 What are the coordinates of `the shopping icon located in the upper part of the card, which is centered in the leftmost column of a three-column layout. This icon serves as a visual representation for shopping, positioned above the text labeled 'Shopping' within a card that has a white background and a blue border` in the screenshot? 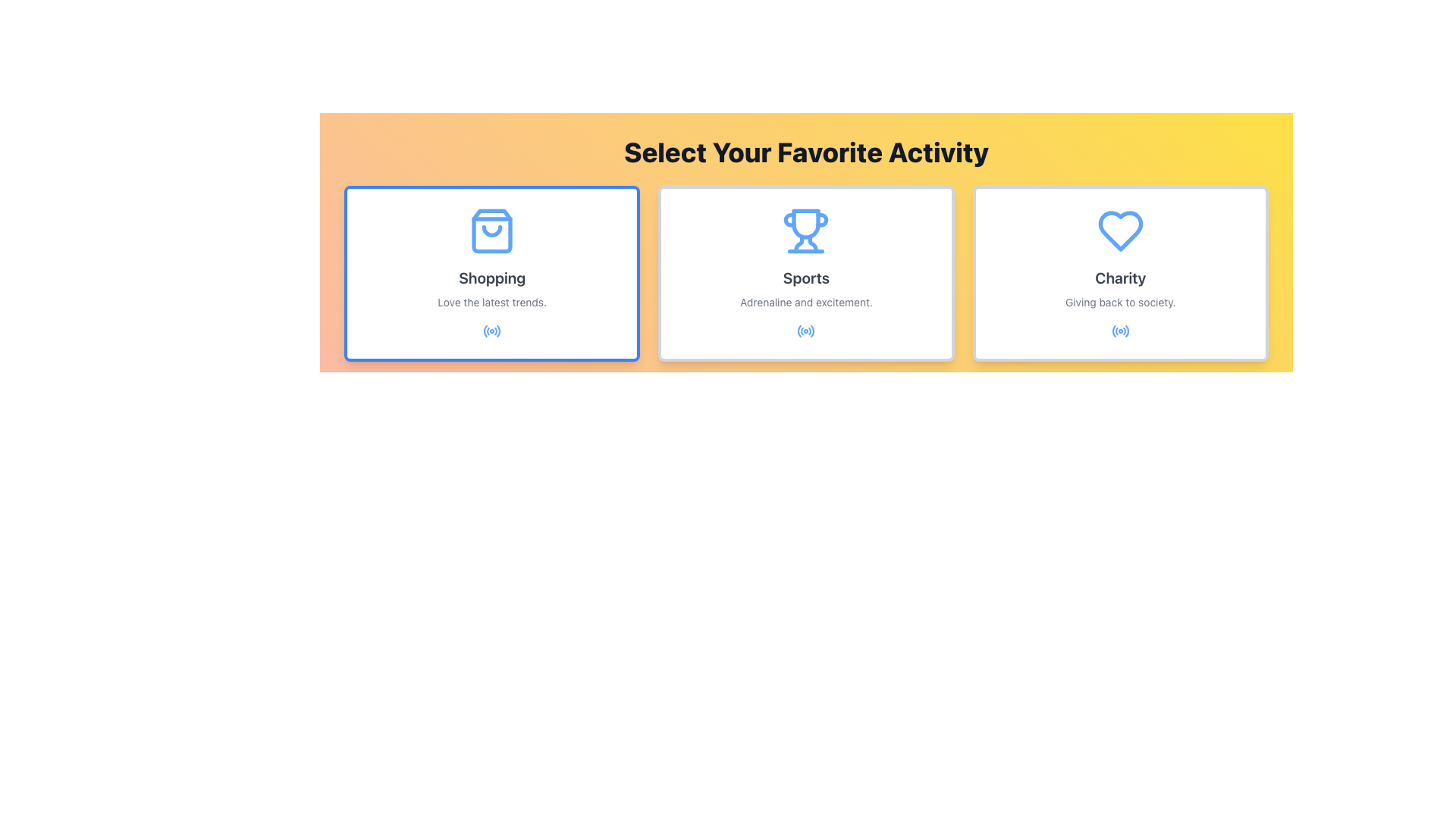 It's located at (492, 231).